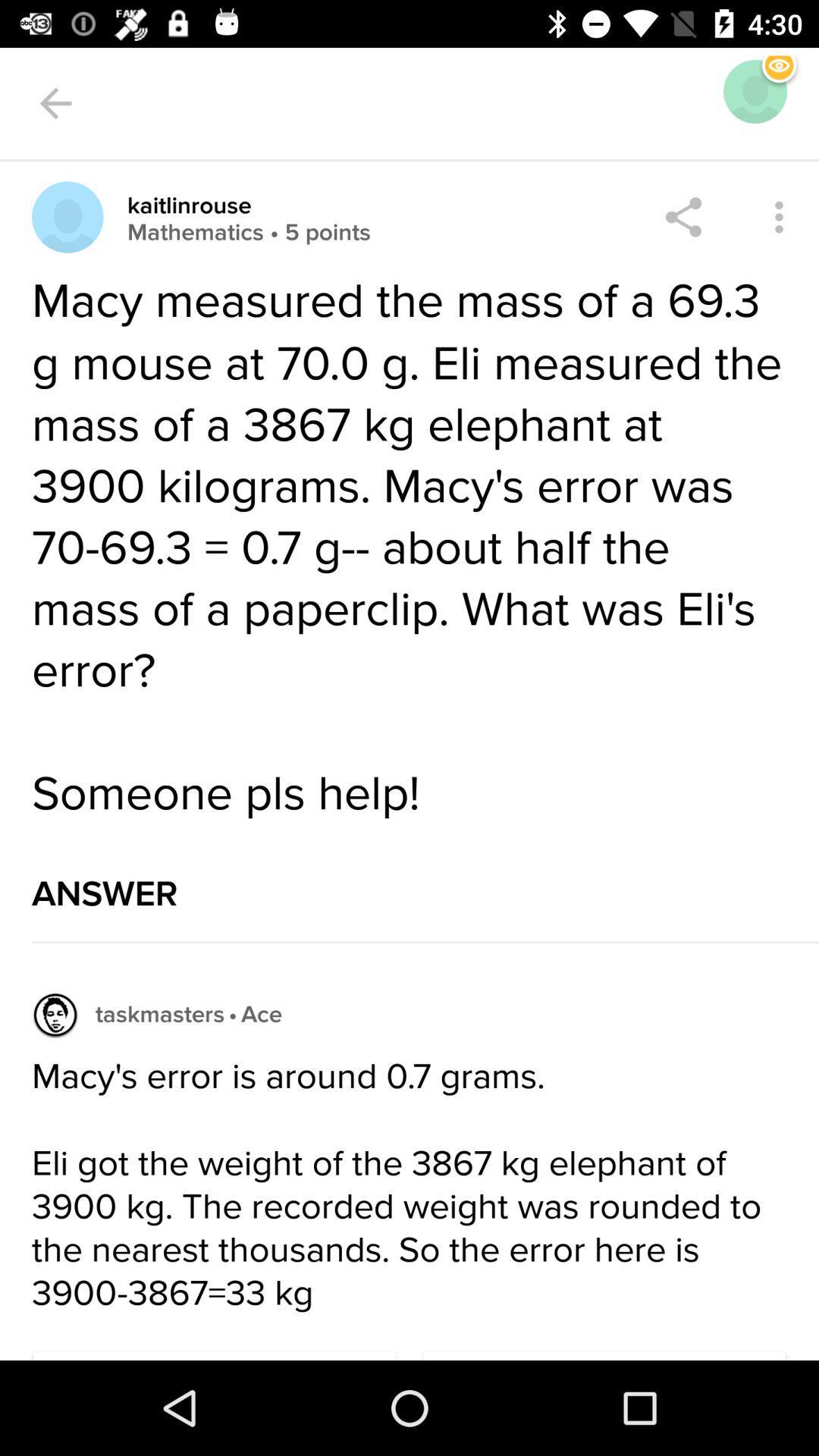 Image resolution: width=819 pixels, height=1456 pixels. I want to click on the more icon, so click(779, 216).